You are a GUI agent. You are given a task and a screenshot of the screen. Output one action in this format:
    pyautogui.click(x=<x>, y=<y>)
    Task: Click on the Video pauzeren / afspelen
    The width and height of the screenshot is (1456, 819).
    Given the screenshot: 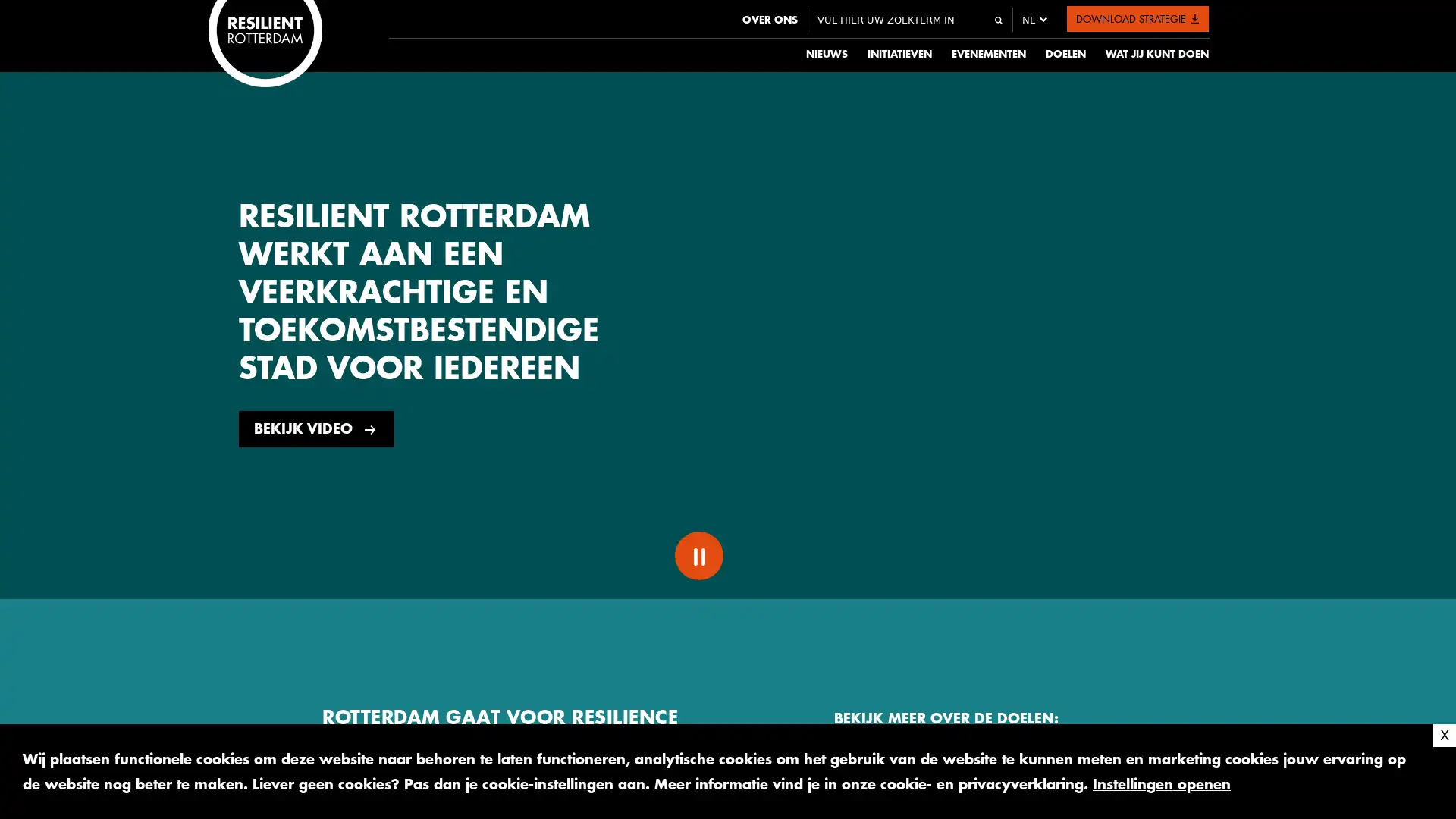 What is the action you would take?
    pyautogui.click(x=698, y=555)
    